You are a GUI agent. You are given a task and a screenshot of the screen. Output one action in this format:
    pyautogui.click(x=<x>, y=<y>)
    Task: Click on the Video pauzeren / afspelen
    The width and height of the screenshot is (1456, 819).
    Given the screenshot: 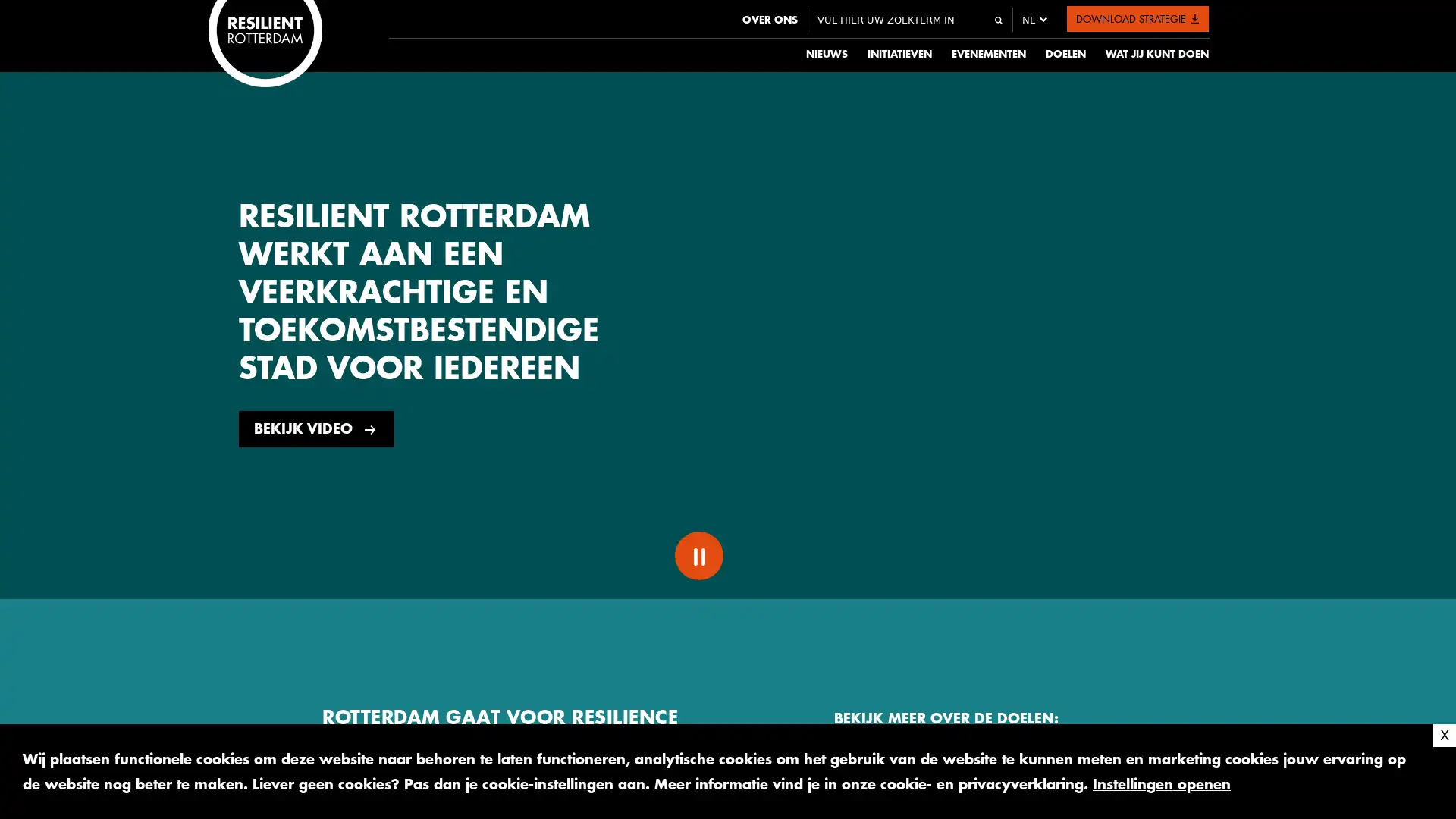 What is the action you would take?
    pyautogui.click(x=698, y=555)
    